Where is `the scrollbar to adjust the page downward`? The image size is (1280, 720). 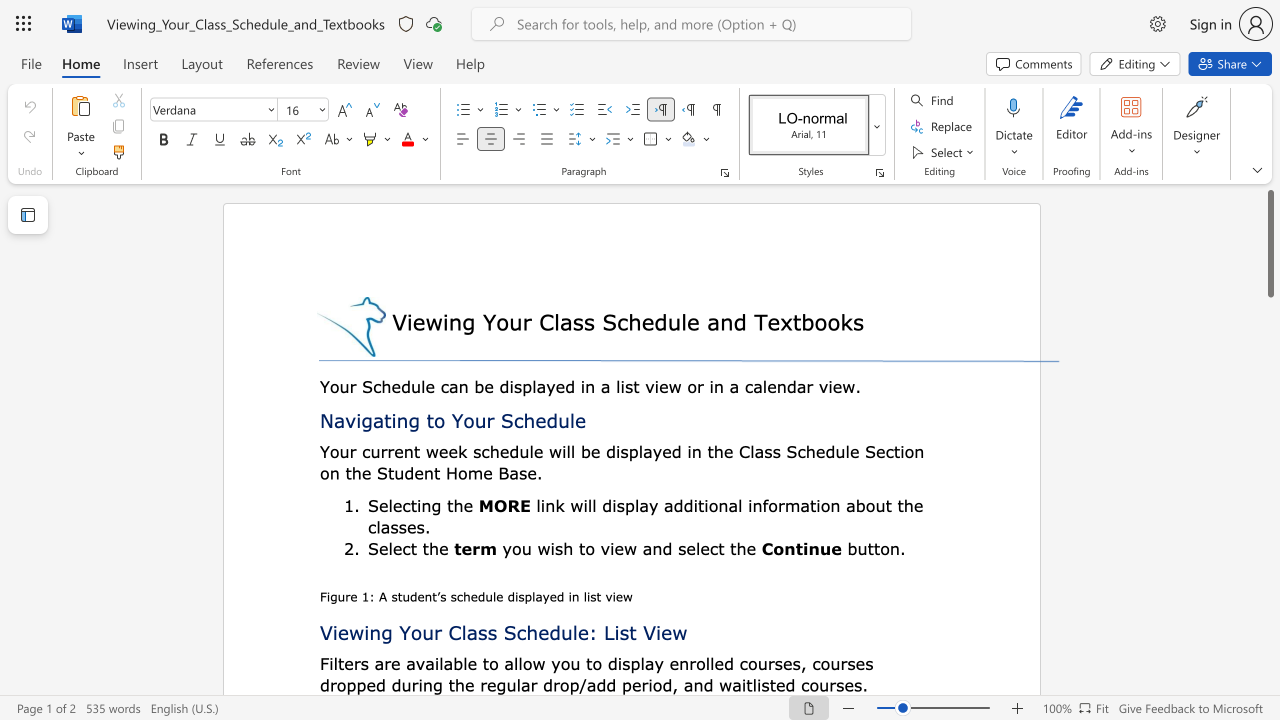
the scrollbar to adjust the page downward is located at coordinates (1269, 650).